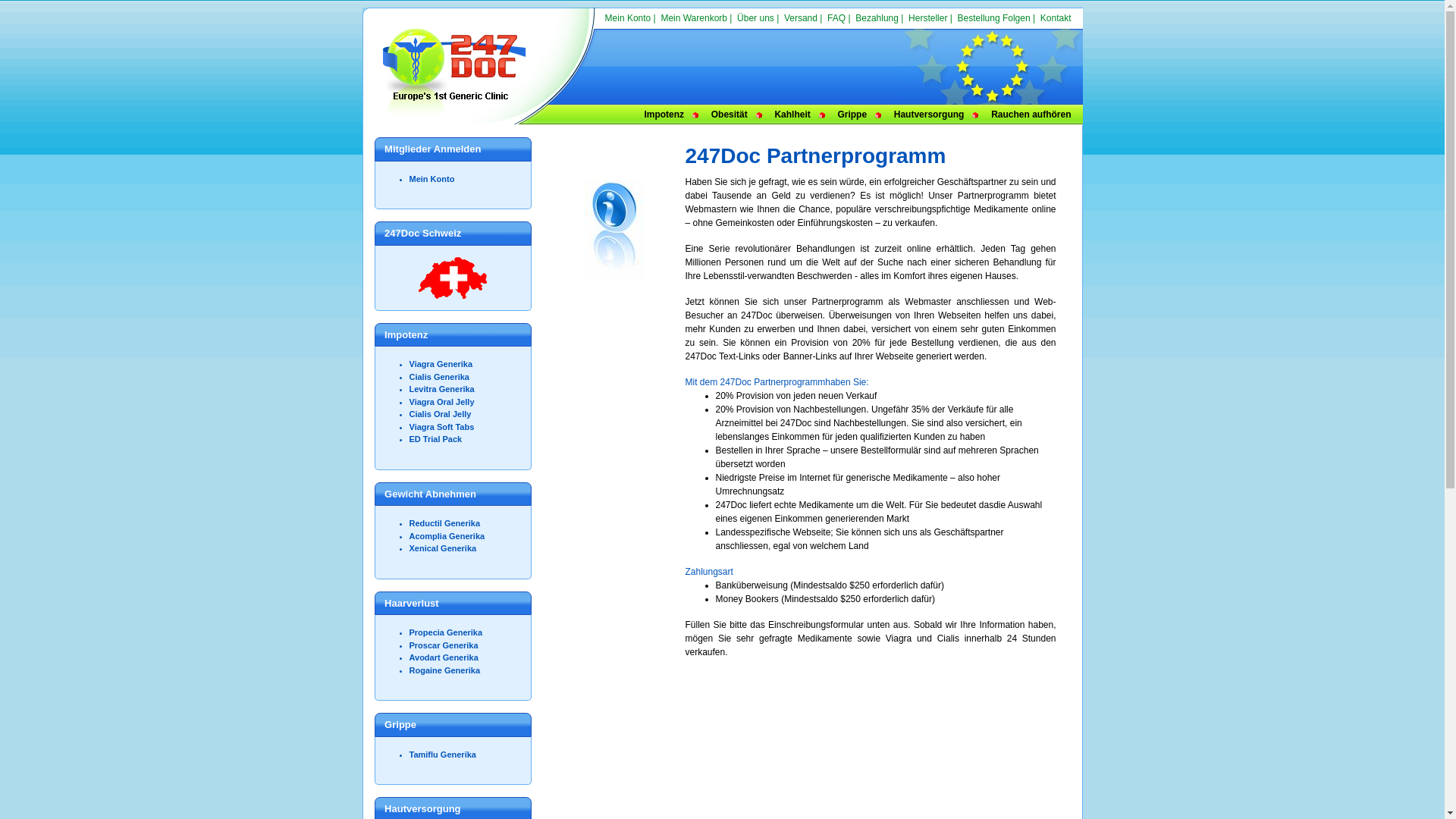 The width and height of the screenshot is (1456, 819). I want to click on 'Viagra Generika', so click(440, 363).